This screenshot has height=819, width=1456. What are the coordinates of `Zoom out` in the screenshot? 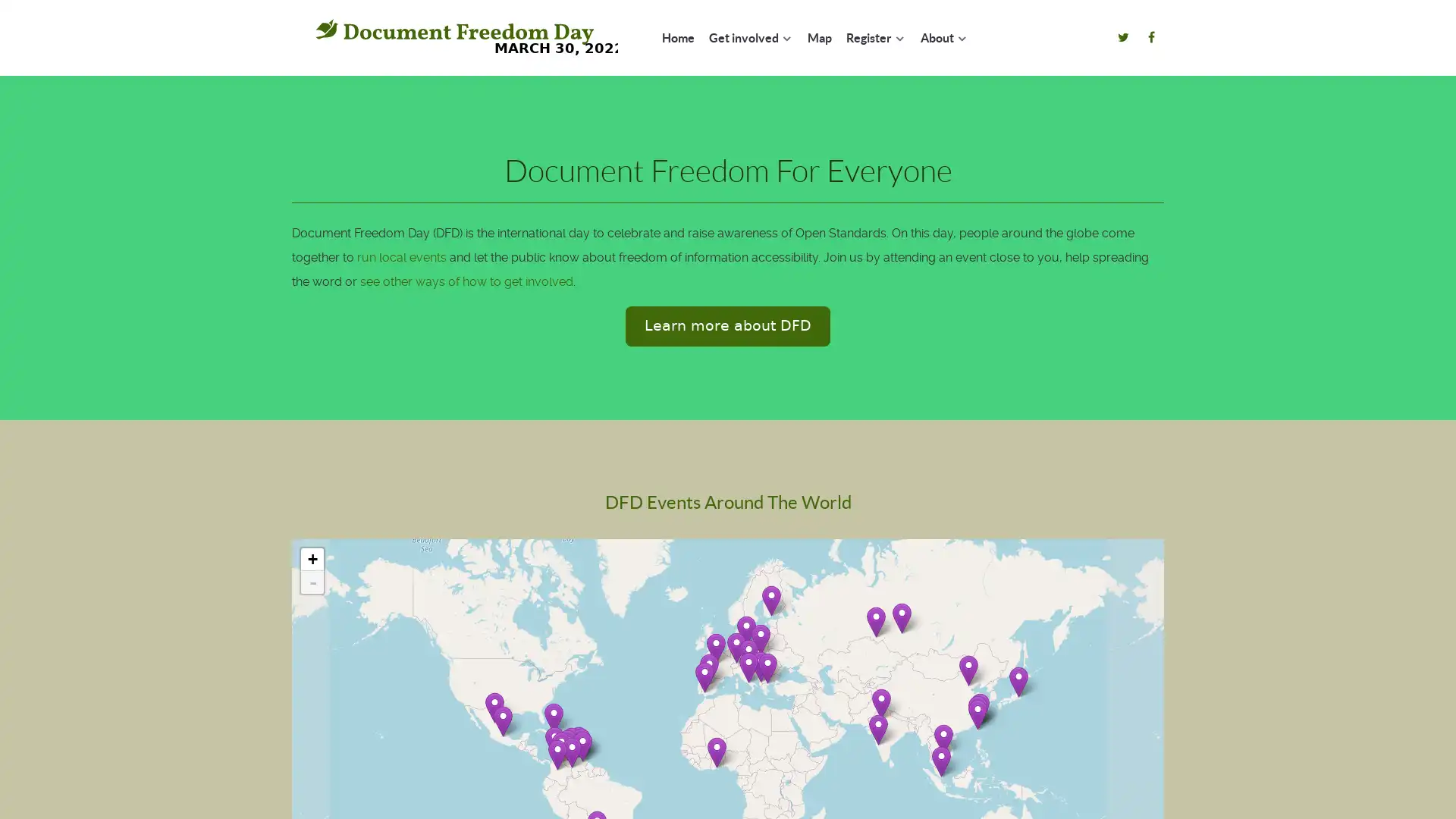 It's located at (312, 581).